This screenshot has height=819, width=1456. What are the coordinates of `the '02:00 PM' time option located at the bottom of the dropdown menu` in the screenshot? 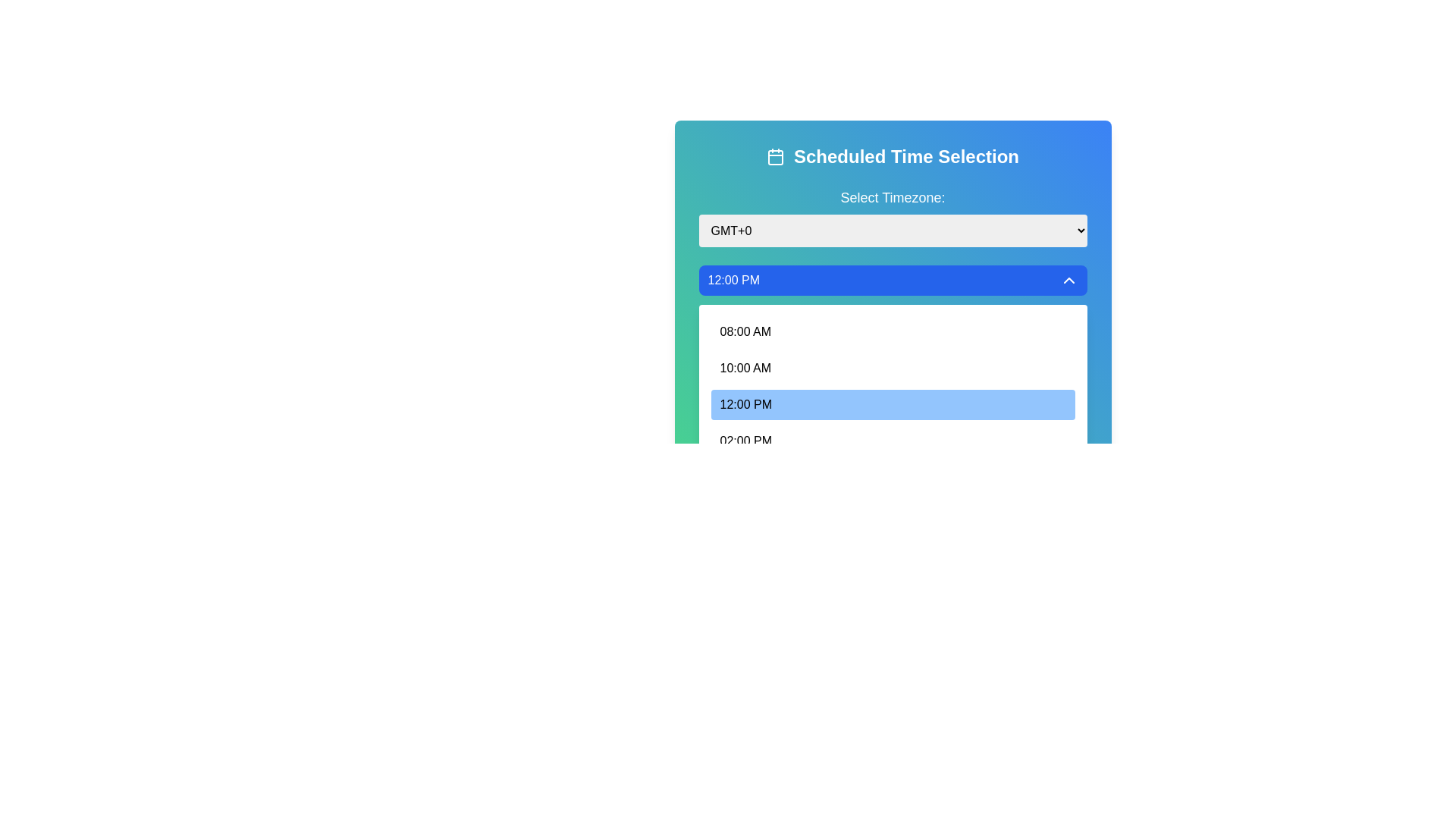 It's located at (745, 441).